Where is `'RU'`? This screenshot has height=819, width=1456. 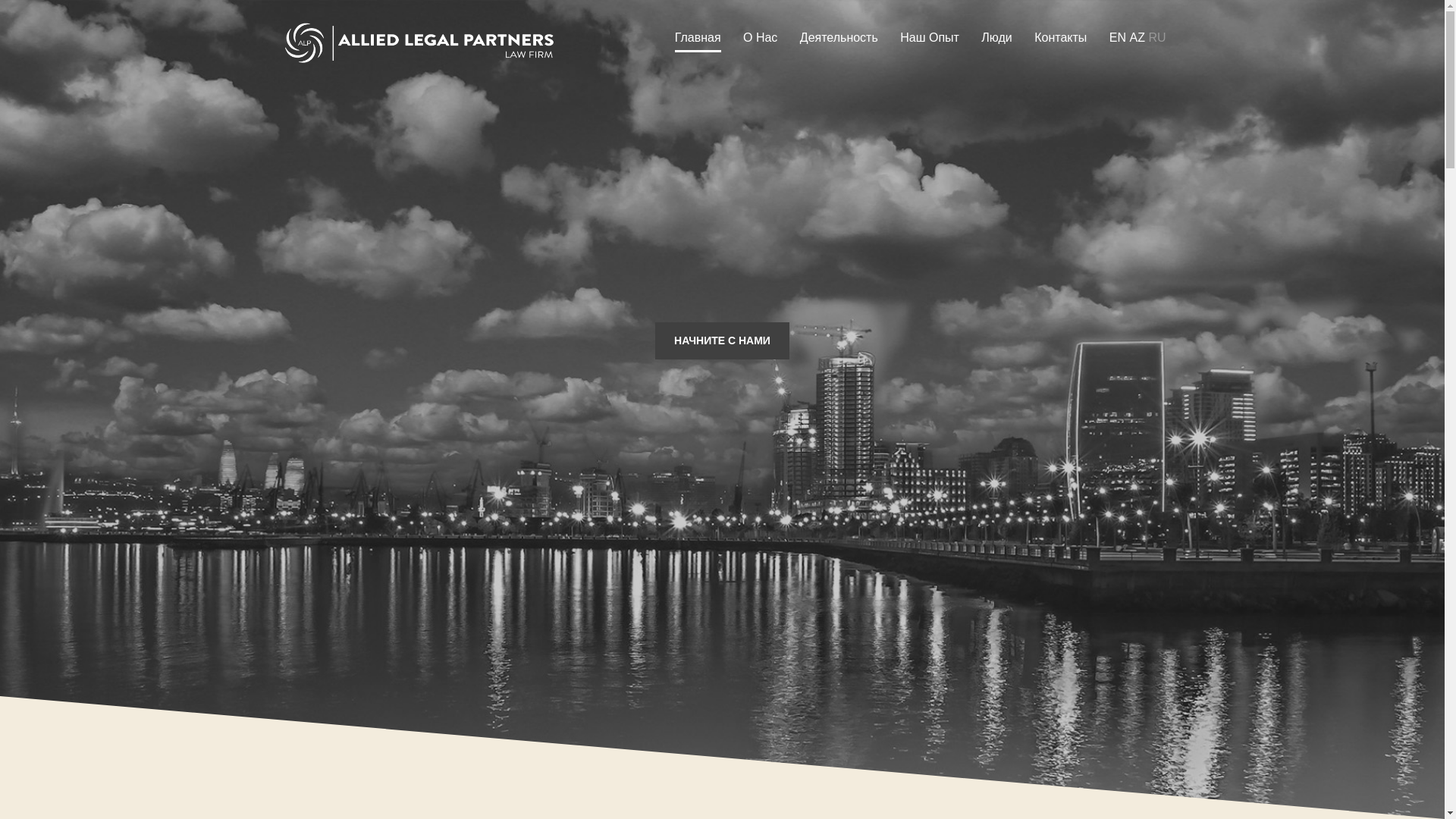
'RU' is located at coordinates (1156, 37).